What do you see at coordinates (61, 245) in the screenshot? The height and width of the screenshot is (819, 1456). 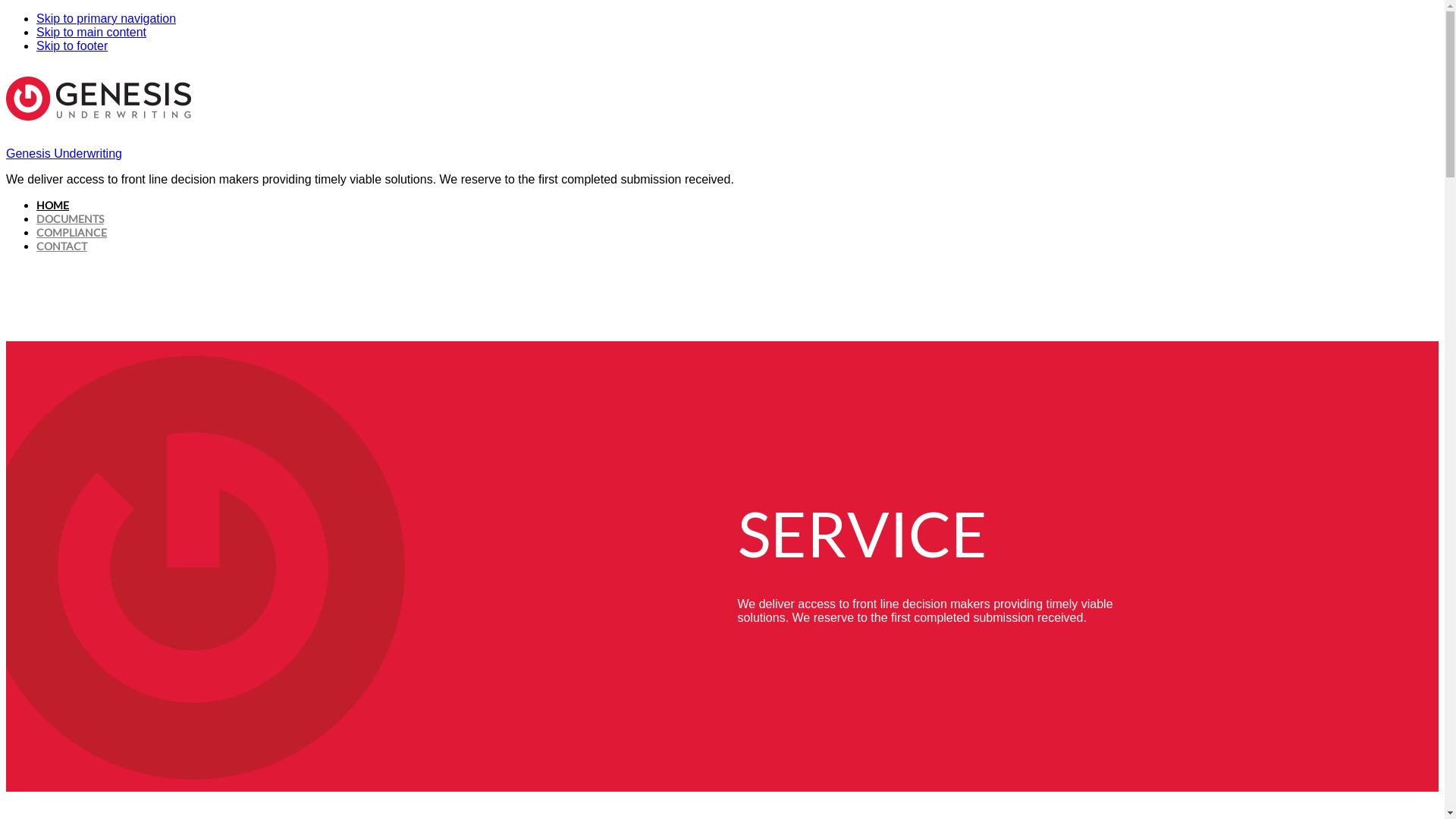 I see `'CONTACT'` at bounding box center [61, 245].